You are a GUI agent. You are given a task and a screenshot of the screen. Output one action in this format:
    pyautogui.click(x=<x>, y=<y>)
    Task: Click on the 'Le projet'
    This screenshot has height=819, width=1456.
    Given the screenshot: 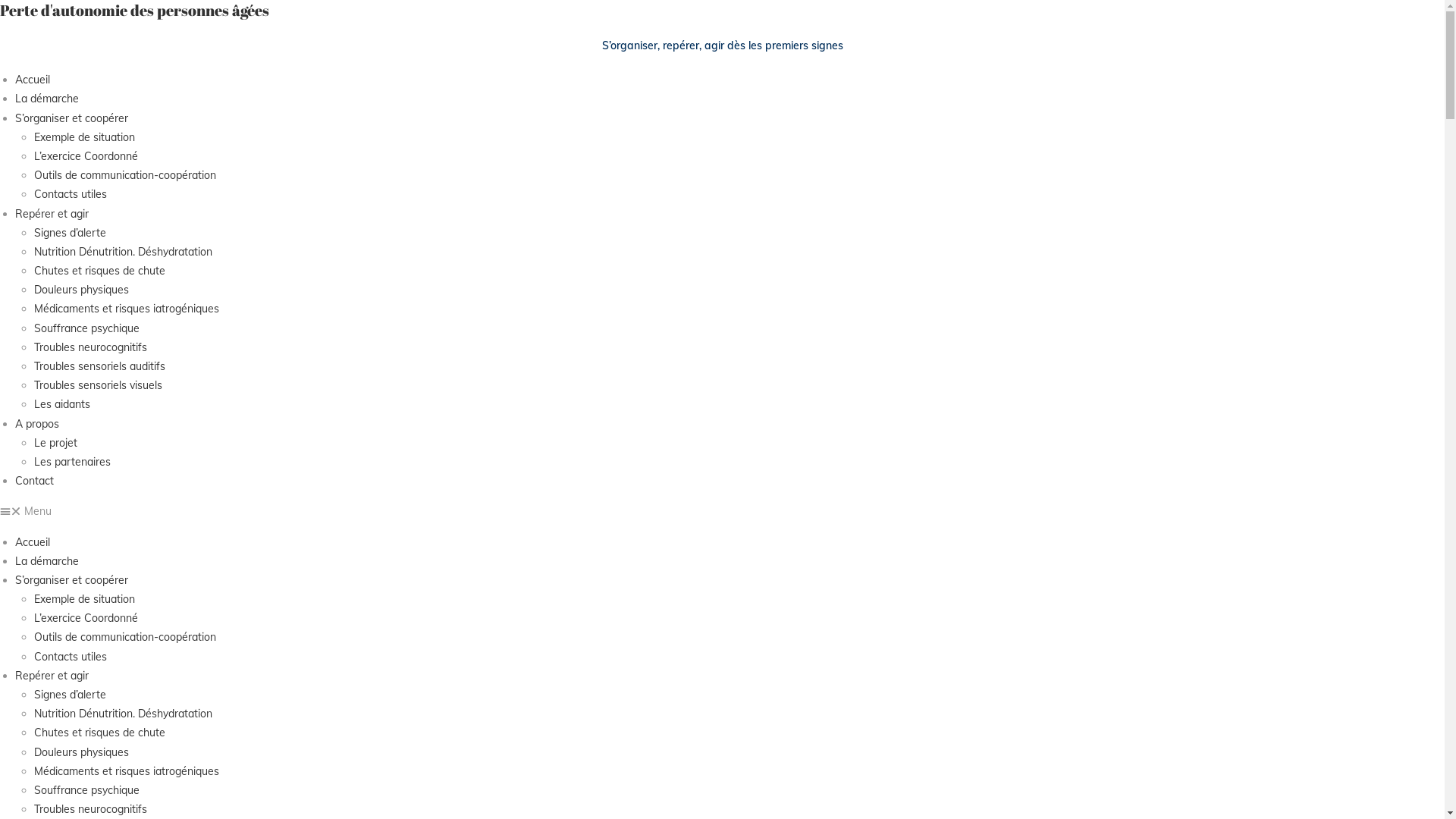 What is the action you would take?
    pyautogui.click(x=55, y=442)
    